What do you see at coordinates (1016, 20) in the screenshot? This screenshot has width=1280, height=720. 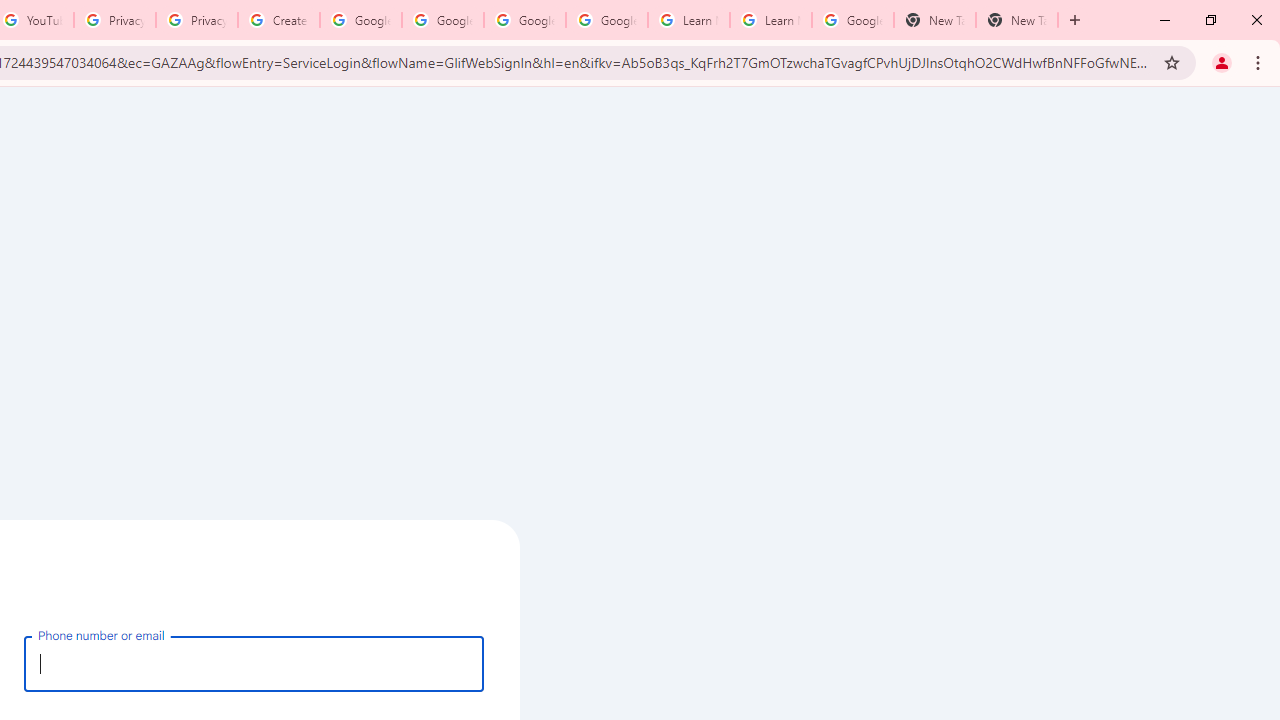 I see `'New Tab'` at bounding box center [1016, 20].